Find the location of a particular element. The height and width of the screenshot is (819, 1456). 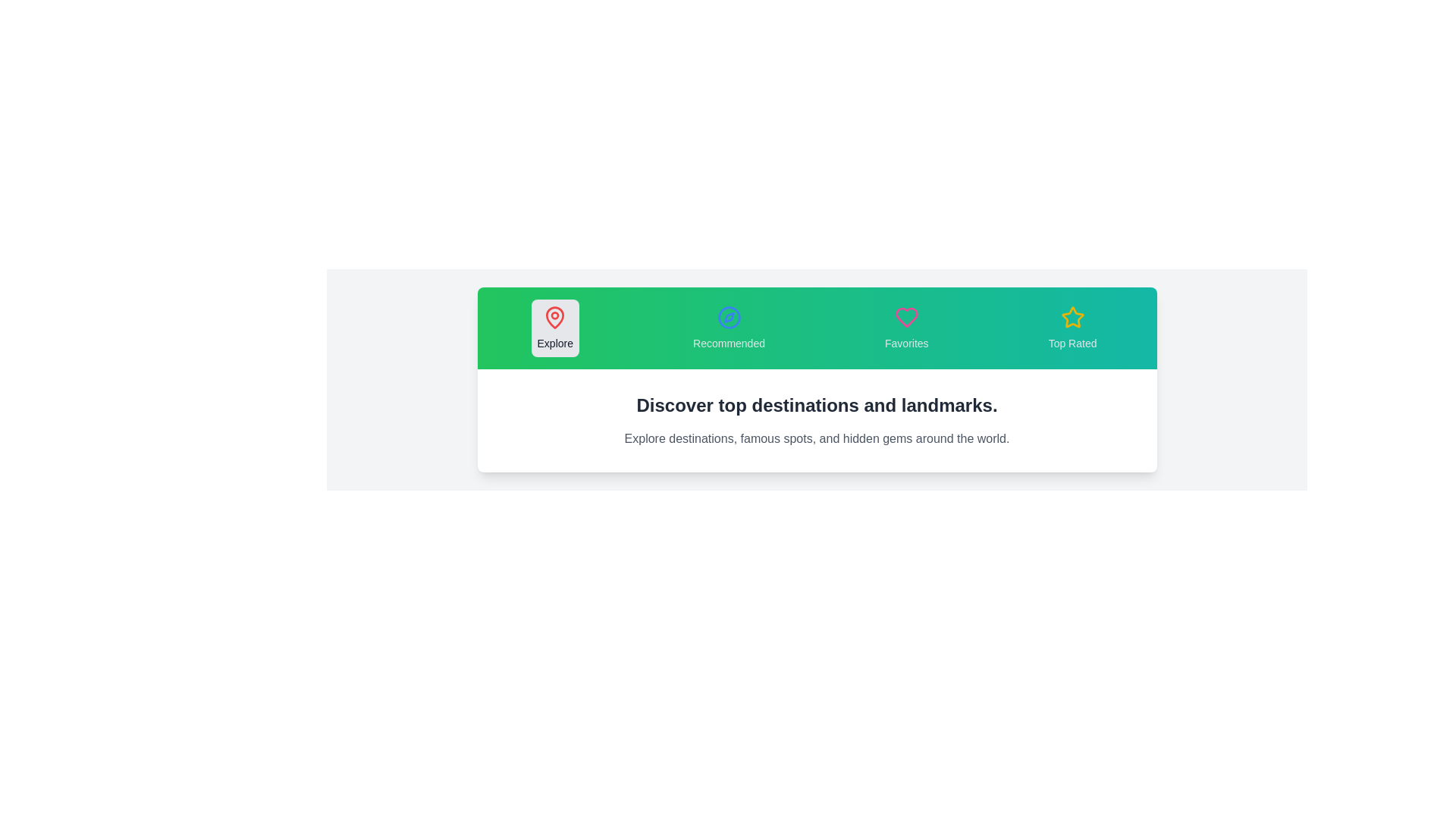

the tab labeled Recommended to observe its hover effect is located at coordinates (729, 327).